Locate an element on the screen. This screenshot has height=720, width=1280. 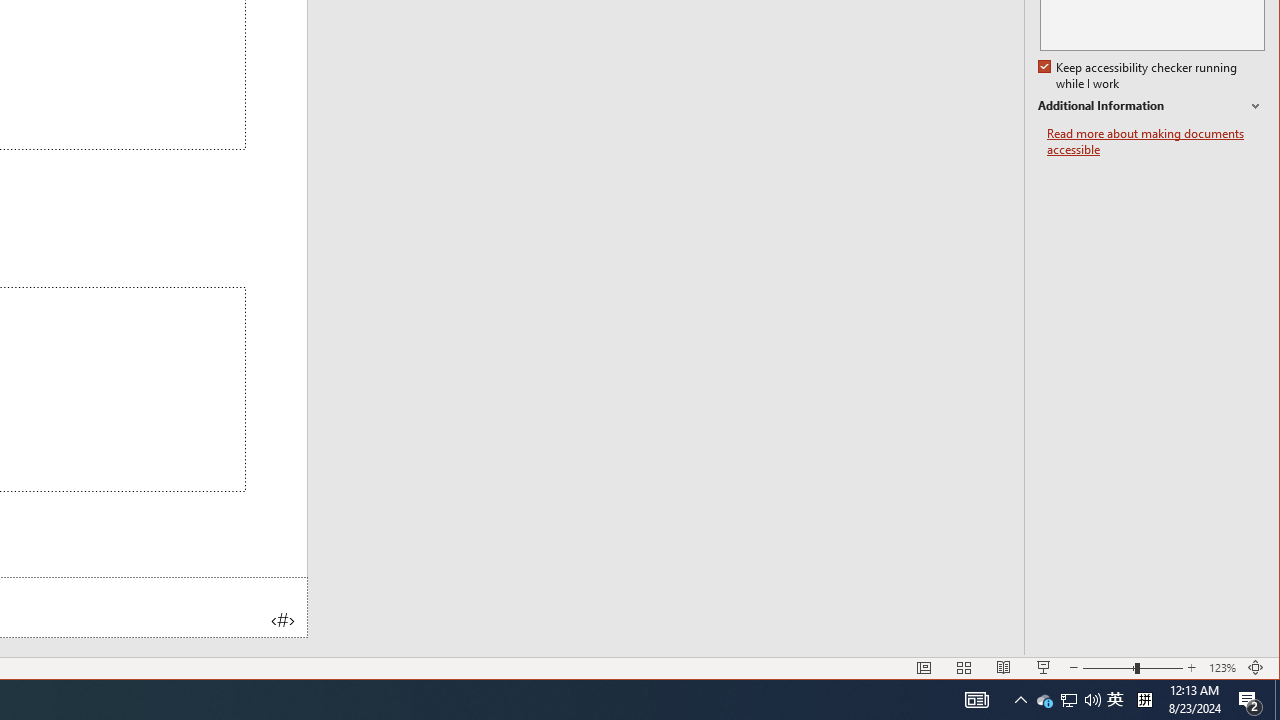
'AutomationID: 4105' is located at coordinates (977, 698).